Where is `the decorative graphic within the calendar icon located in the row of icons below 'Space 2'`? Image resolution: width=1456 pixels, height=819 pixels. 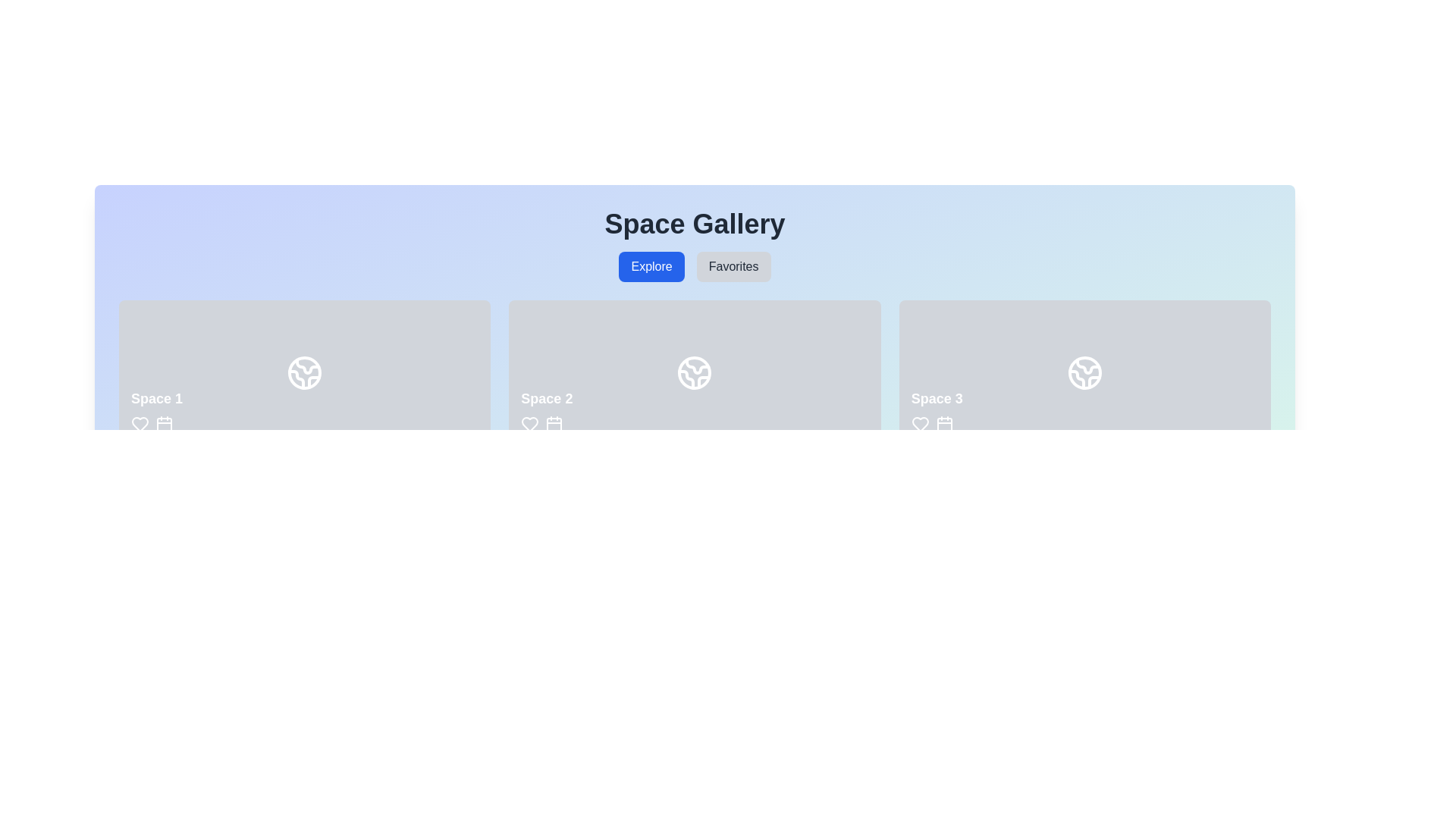
the decorative graphic within the calendar icon located in the row of icons below 'Space 2' is located at coordinates (554, 425).